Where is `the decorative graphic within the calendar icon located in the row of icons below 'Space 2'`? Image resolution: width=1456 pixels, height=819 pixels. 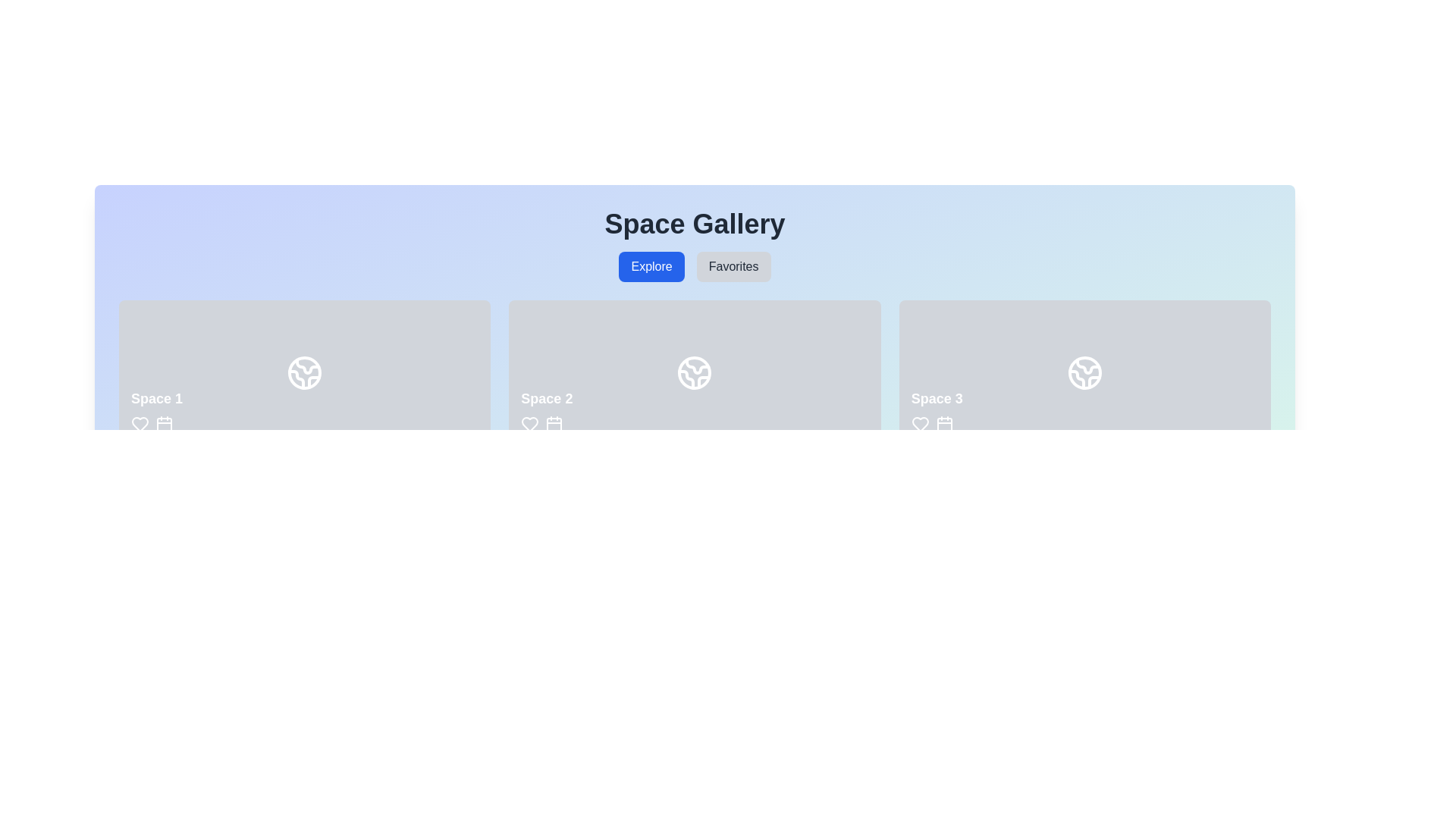
the decorative graphic within the calendar icon located in the row of icons below 'Space 2' is located at coordinates (554, 425).